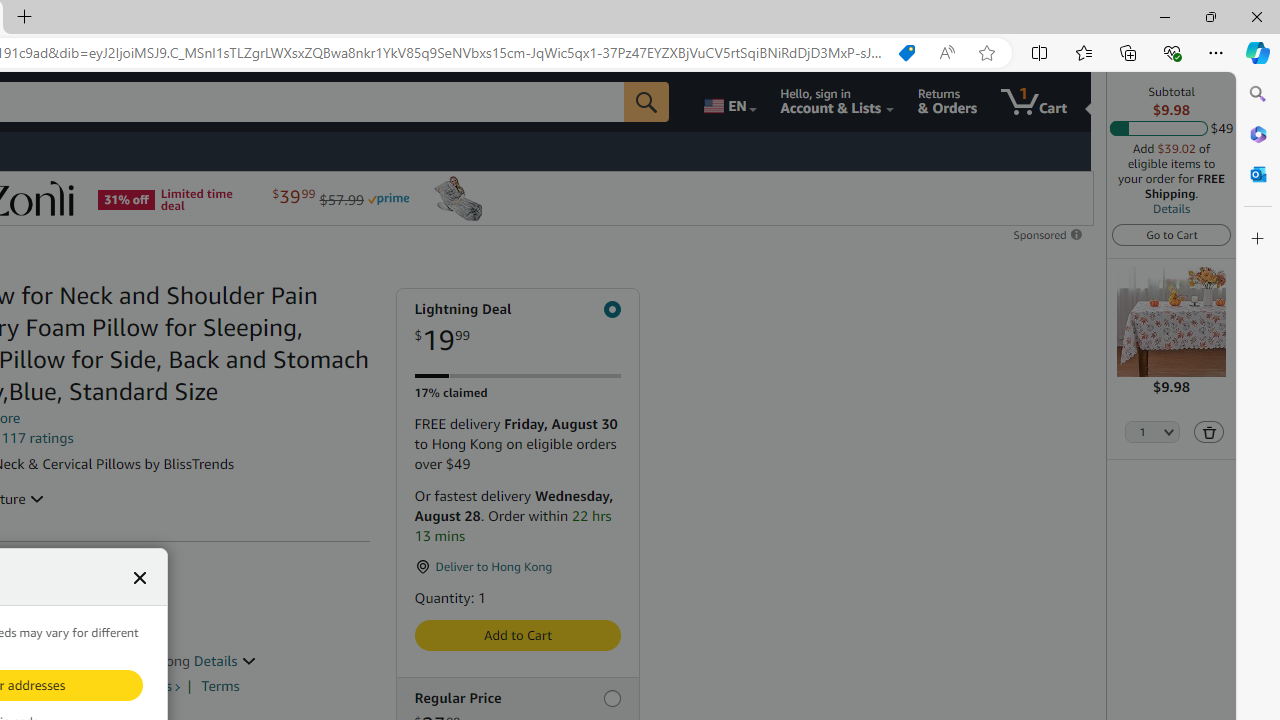  What do you see at coordinates (1034, 101) in the screenshot?
I see `'1 item in cart'` at bounding box center [1034, 101].